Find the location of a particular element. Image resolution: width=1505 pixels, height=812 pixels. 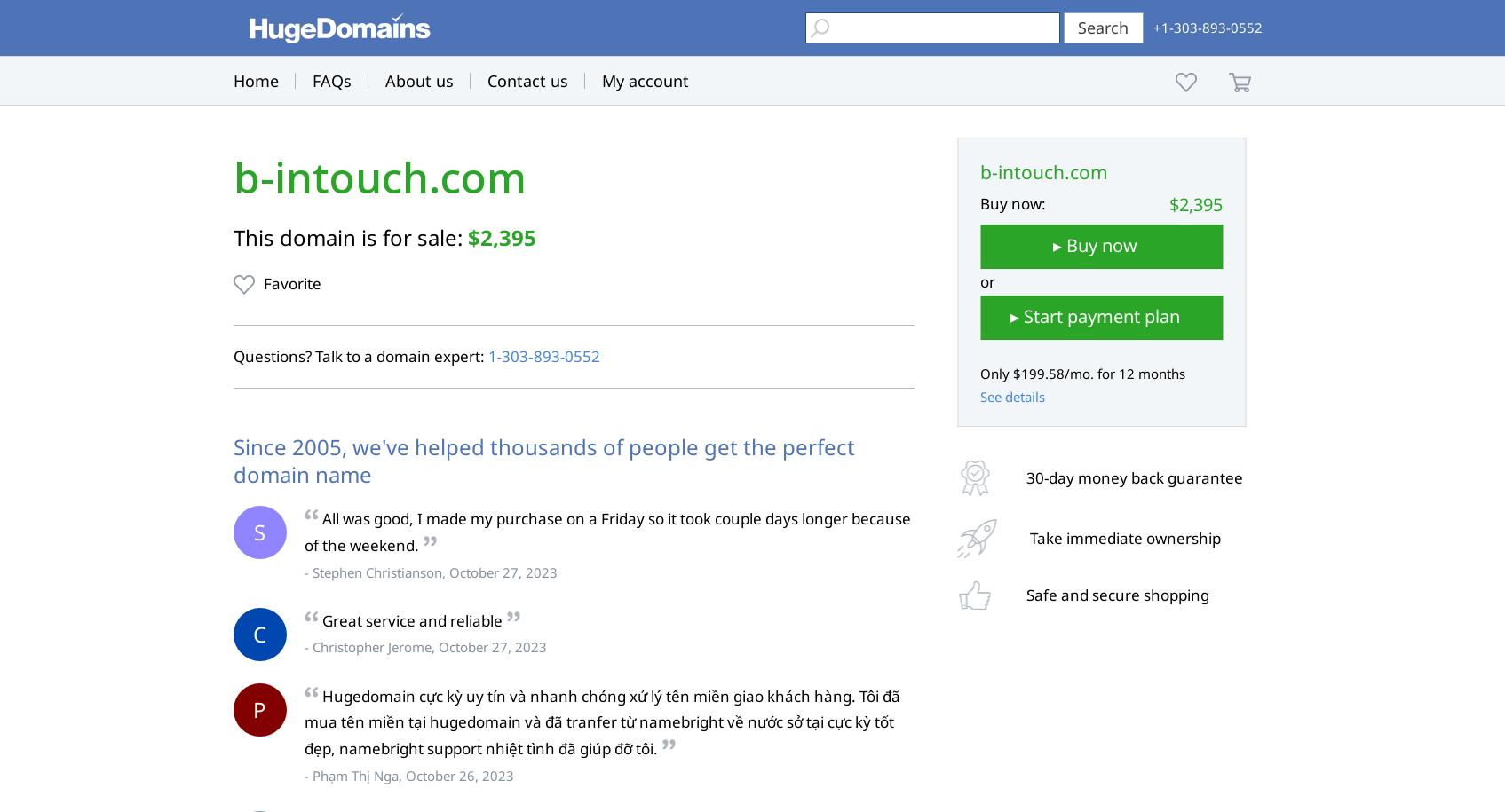

'My account' is located at coordinates (643, 80).